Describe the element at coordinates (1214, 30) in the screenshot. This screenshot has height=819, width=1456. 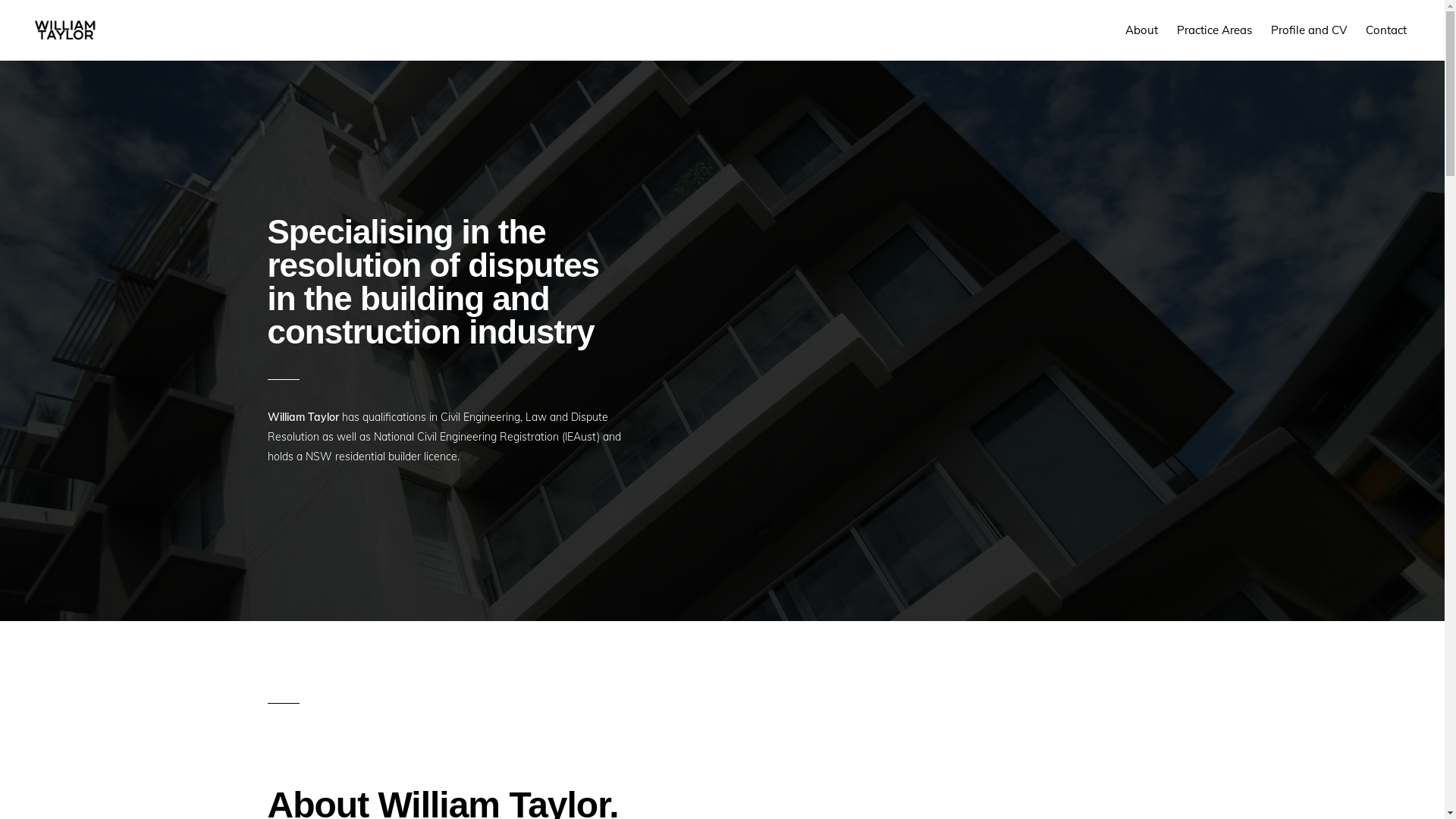
I see `'Practice Areas'` at that location.